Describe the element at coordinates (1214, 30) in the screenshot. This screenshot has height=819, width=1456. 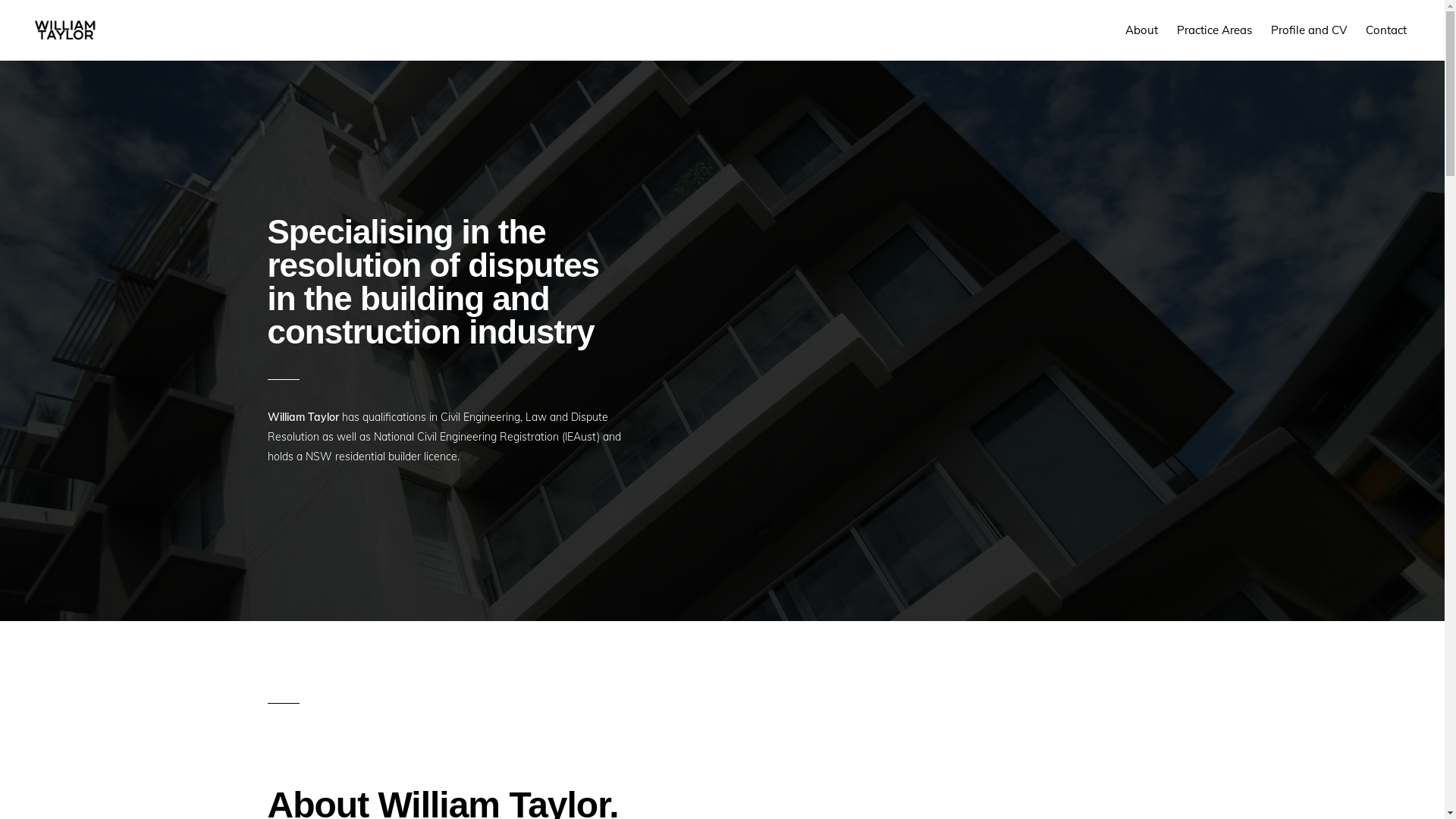
I see `'Practice Areas'` at that location.